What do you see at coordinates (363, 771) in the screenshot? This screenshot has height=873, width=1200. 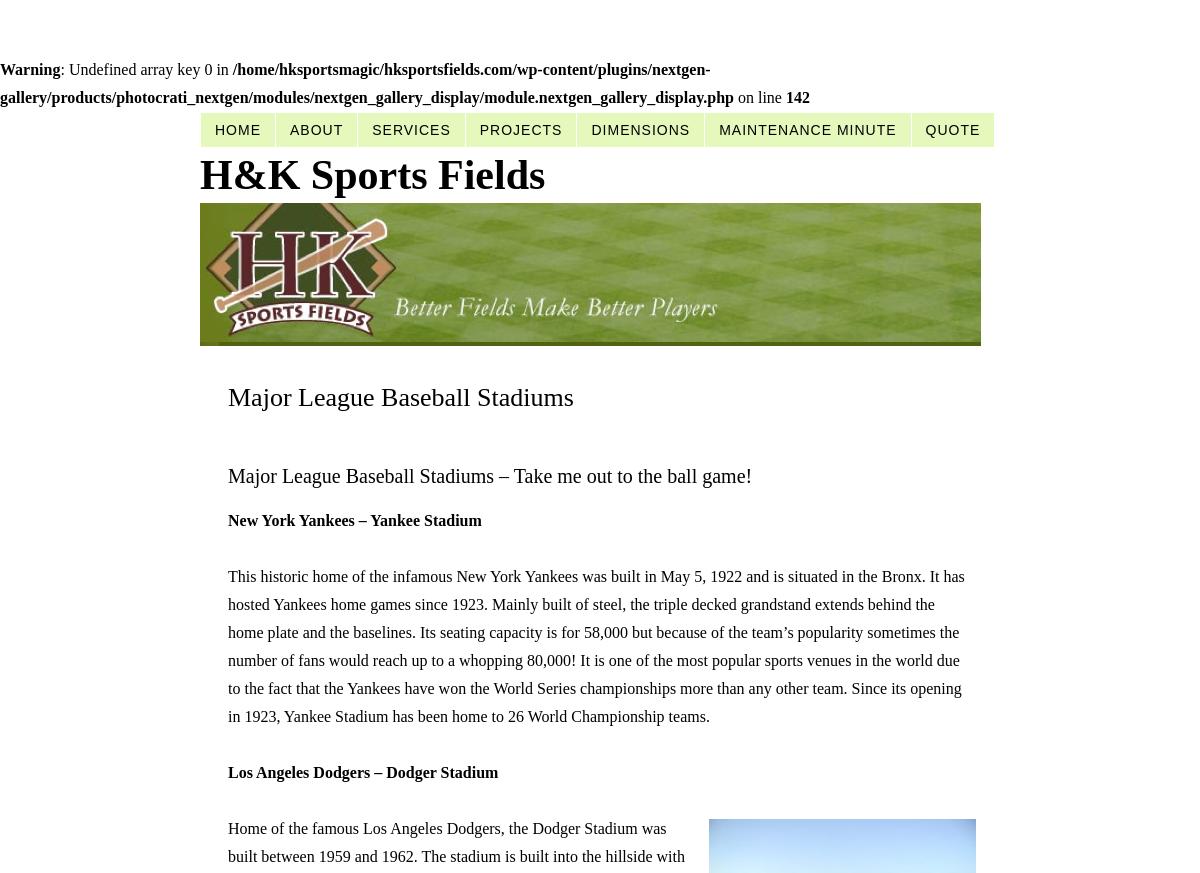 I see `'Los Angeles Dodgers – Dodger Stadium'` at bounding box center [363, 771].